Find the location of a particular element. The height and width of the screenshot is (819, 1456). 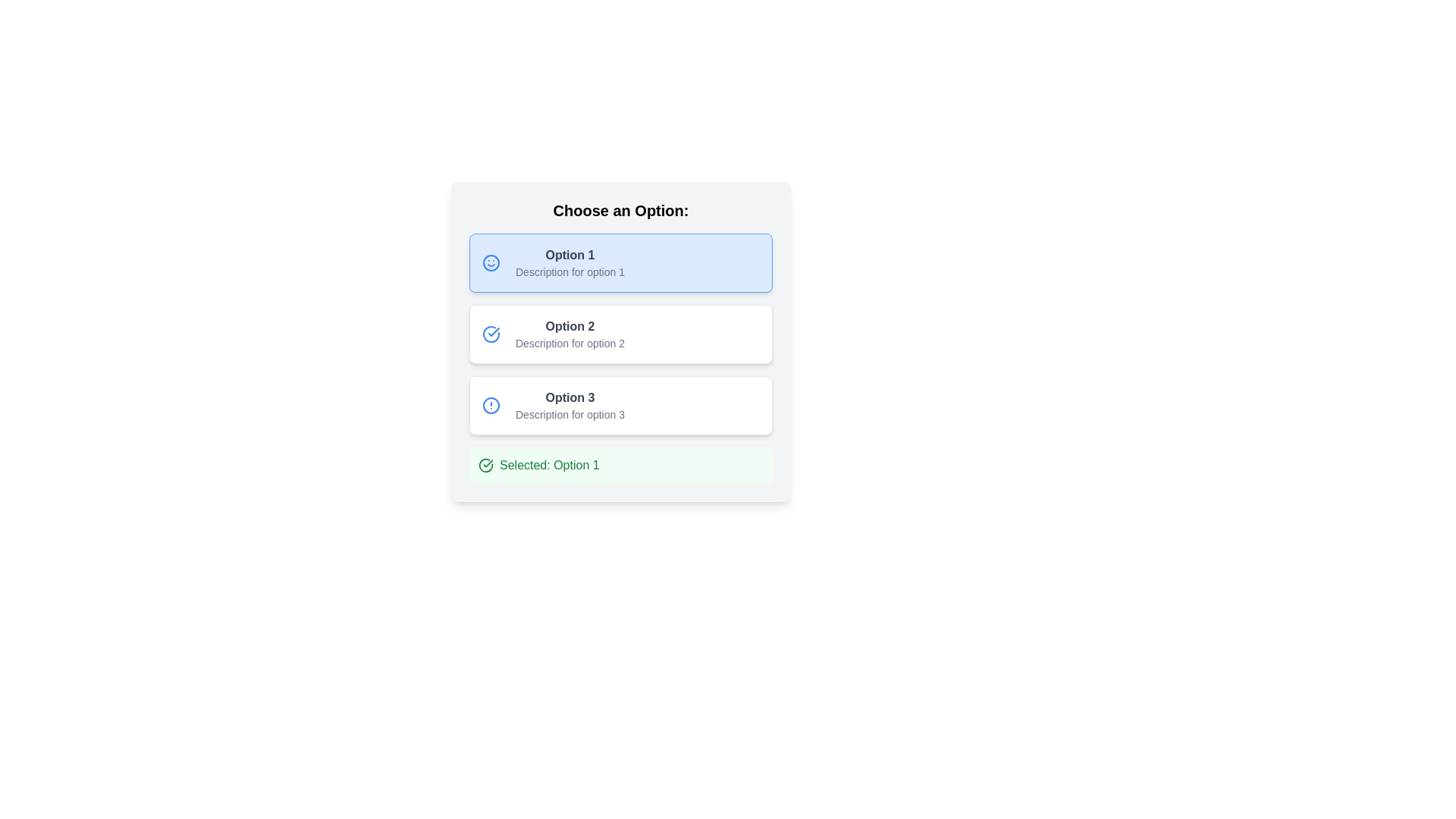

the selectable list option titled 'Option 2', which is the second item in the list is located at coordinates (570, 333).